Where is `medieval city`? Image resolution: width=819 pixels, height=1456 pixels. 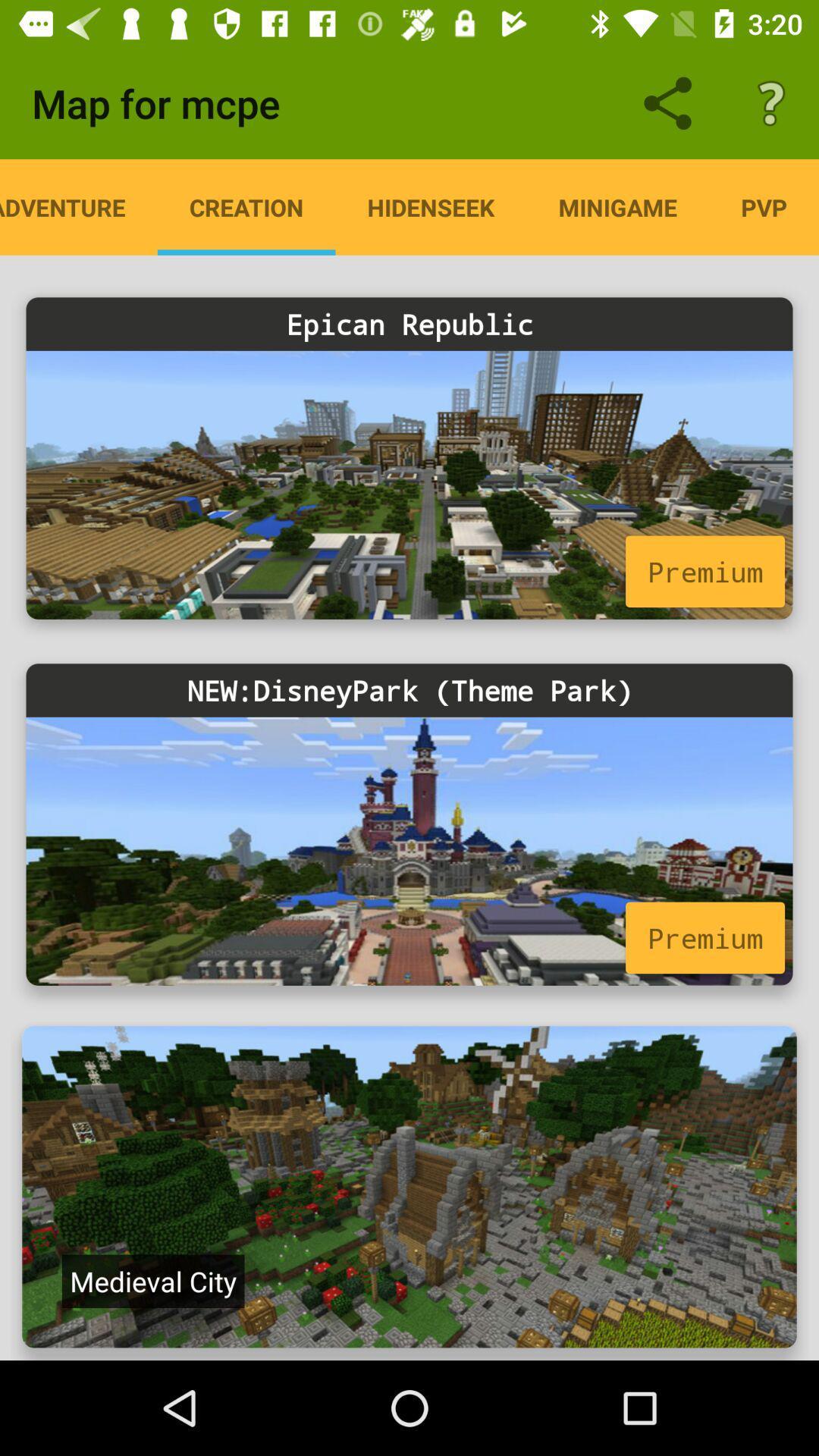
medieval city is located at coordinates (153, 1280).